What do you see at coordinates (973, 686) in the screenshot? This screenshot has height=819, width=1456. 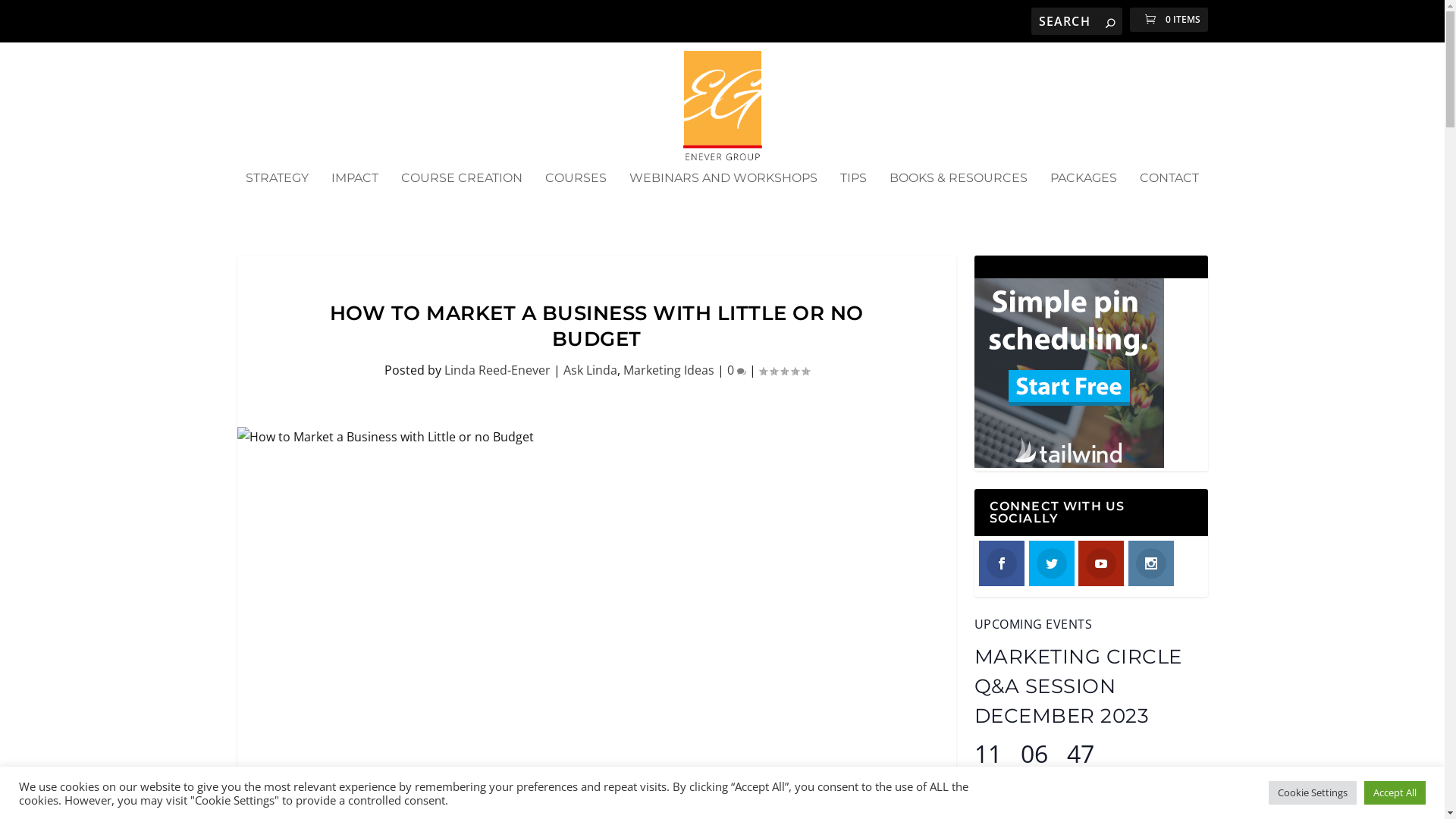 I see `'MARKETING CIRCLE Q&A SESSION DECEMBER 2023'` at bounding box center [973, 686].